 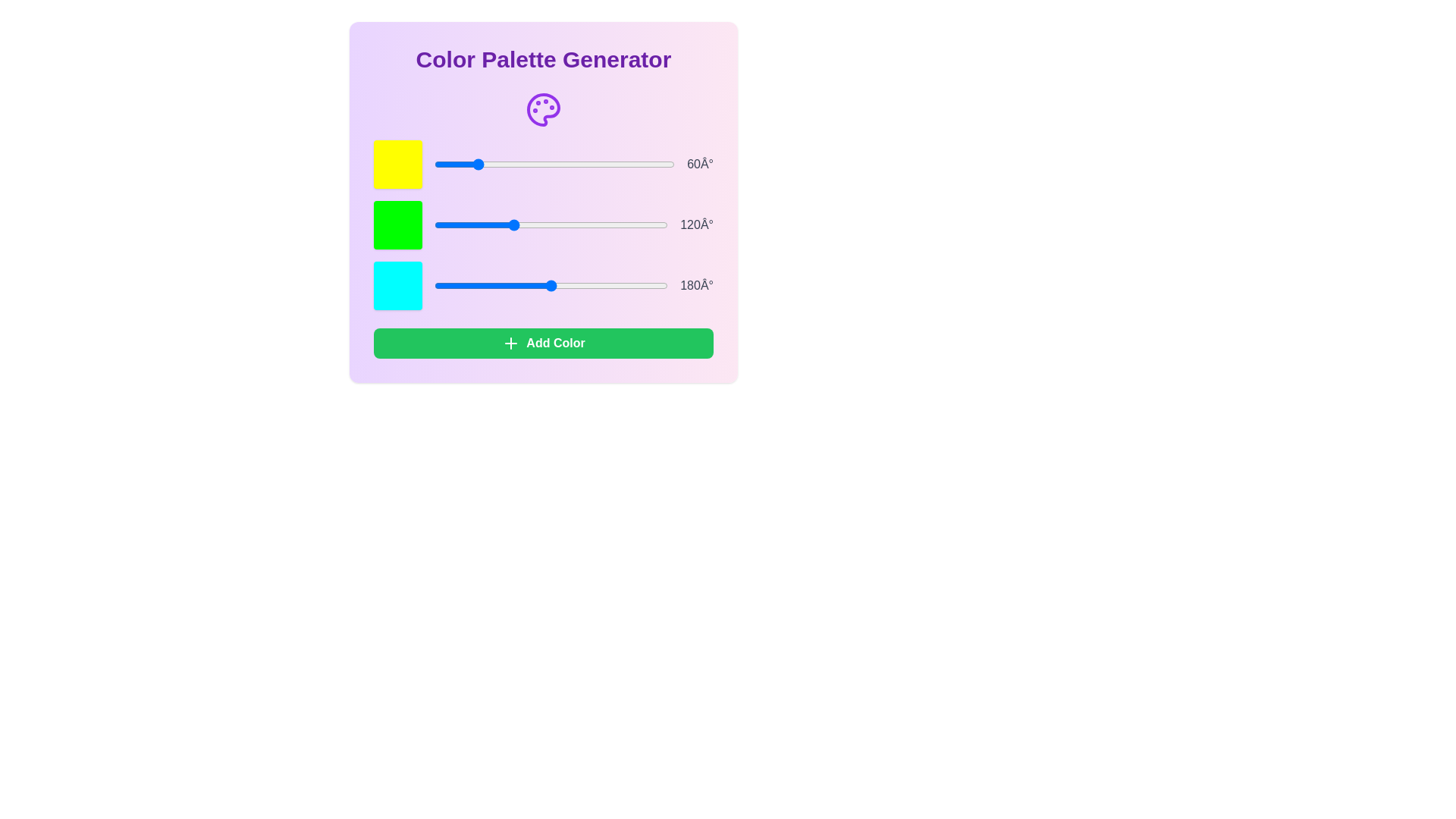 What do you see at coordinates (472, 164) in the screenshot?
I see `the color slider to set the hue to 57` at bounding box center [472, 164].